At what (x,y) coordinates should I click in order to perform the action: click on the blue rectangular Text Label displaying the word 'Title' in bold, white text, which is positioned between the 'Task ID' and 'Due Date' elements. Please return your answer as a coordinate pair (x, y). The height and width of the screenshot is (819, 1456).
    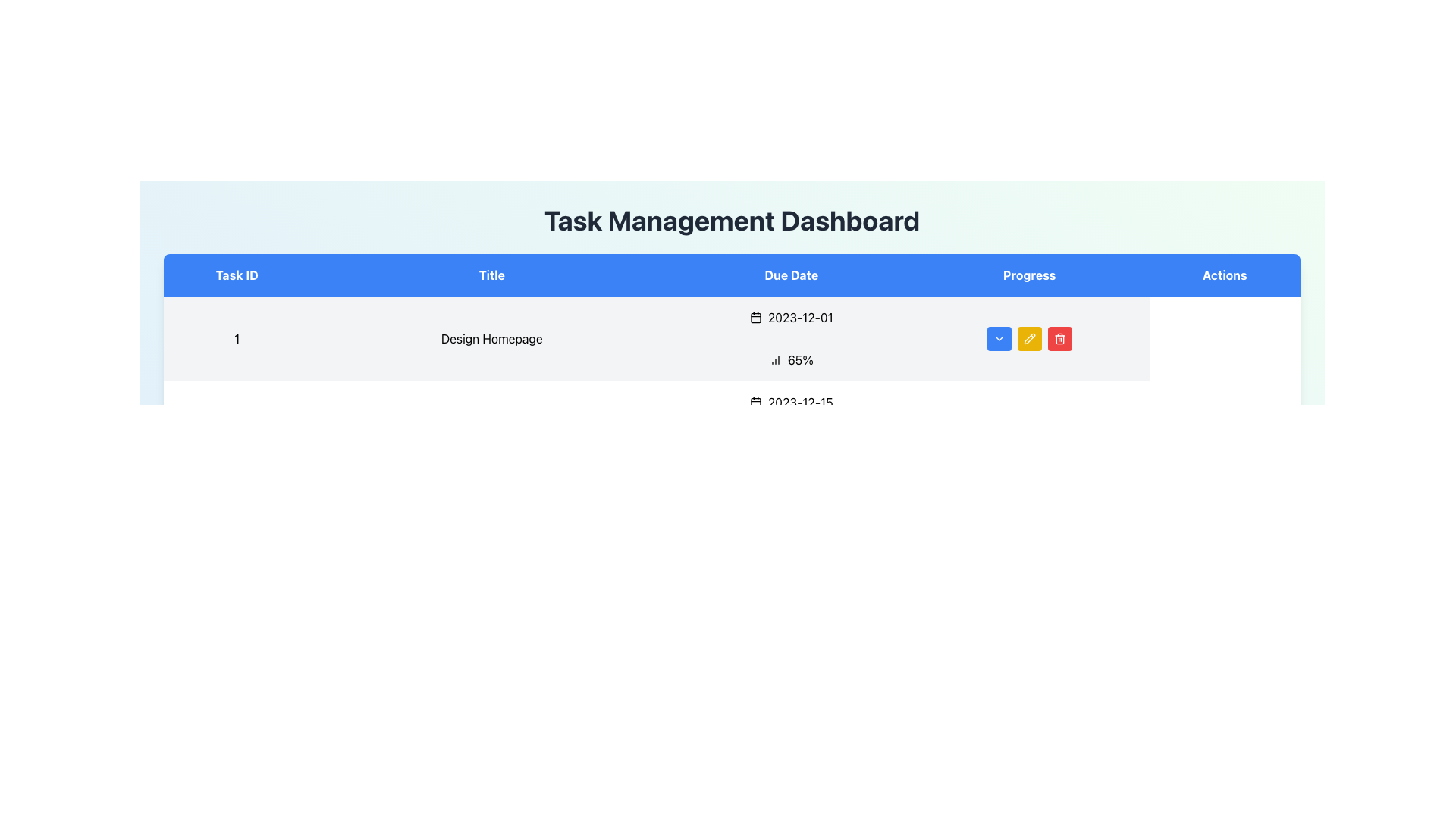
    Looking at the image, I should click on (491, 275).